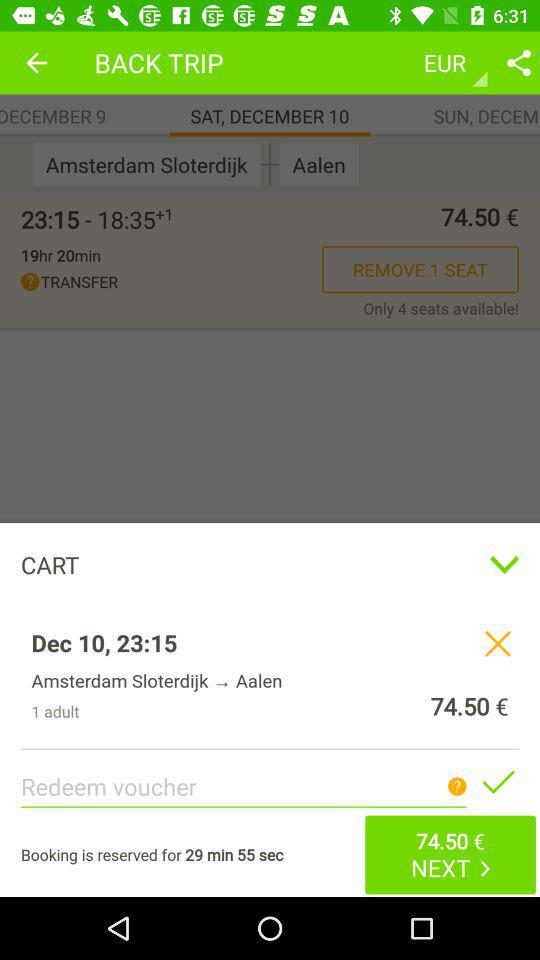 The image size is (540, 960). Describe the element at coordinates (496, 642) in the screenshot. I see `remove item` at that location.